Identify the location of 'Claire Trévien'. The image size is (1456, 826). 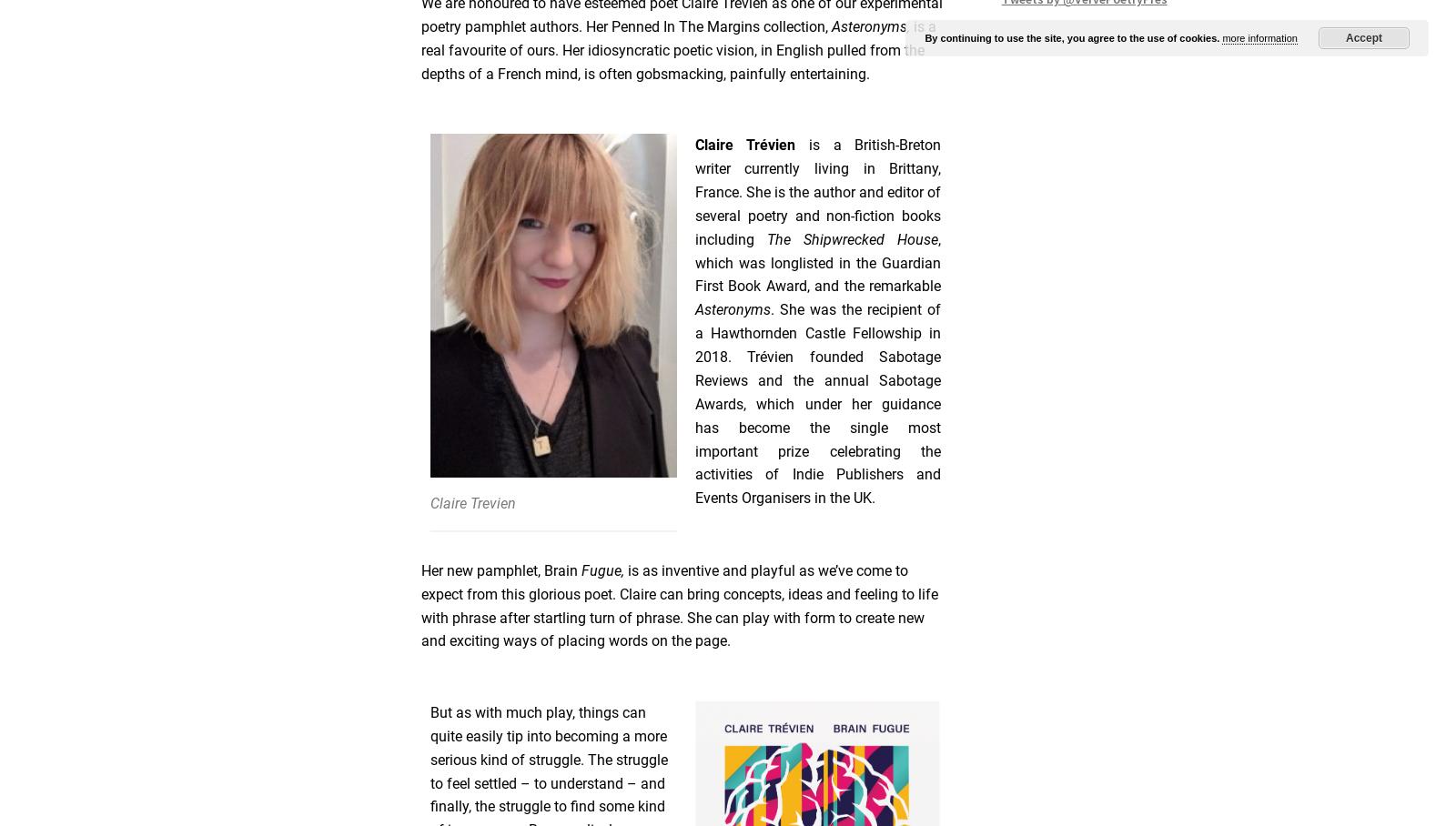
(743, 144).